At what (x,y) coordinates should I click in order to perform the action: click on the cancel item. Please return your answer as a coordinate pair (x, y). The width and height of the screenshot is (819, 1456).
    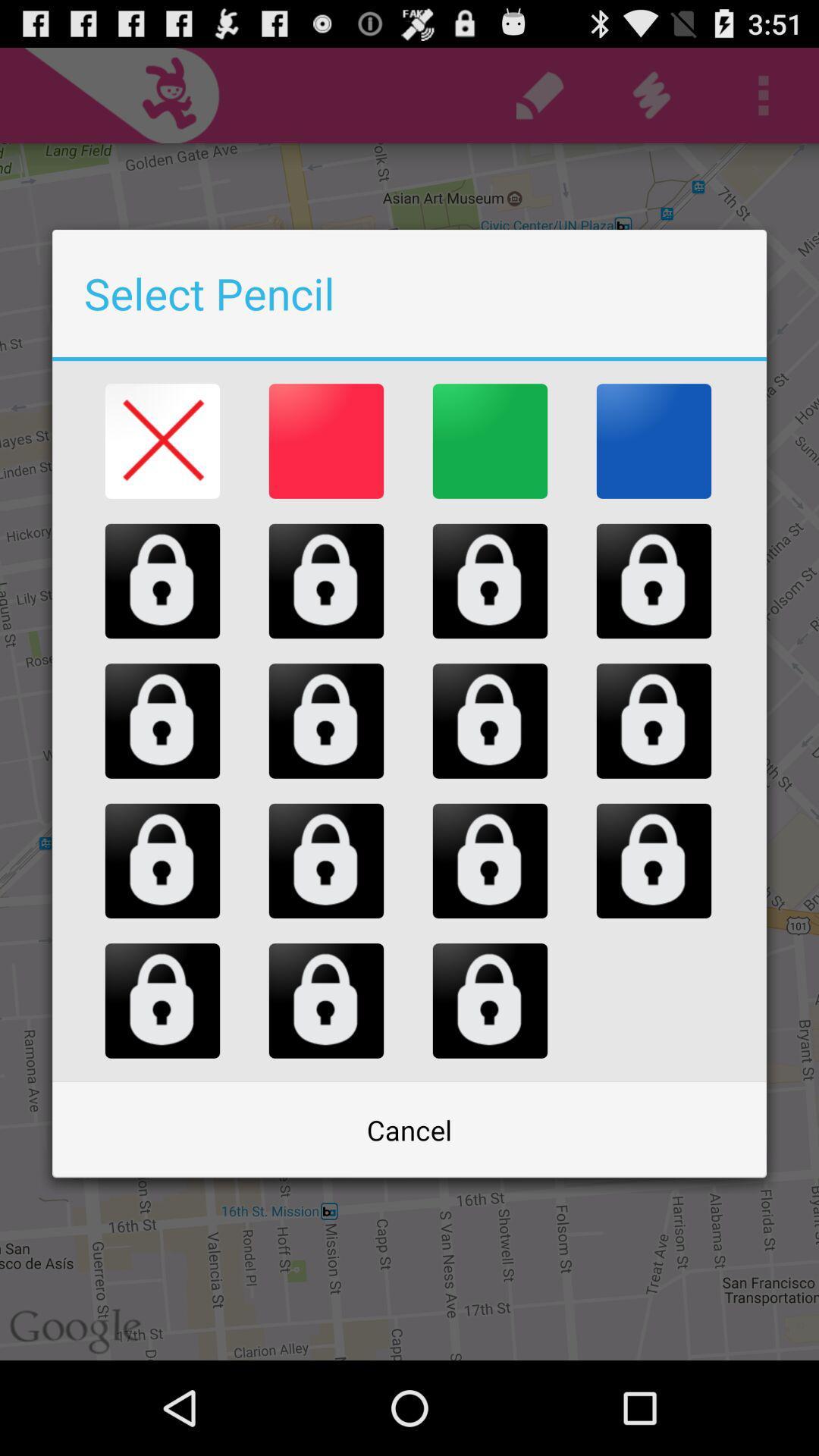
    Looking at the image, I should click on (409, 1130).